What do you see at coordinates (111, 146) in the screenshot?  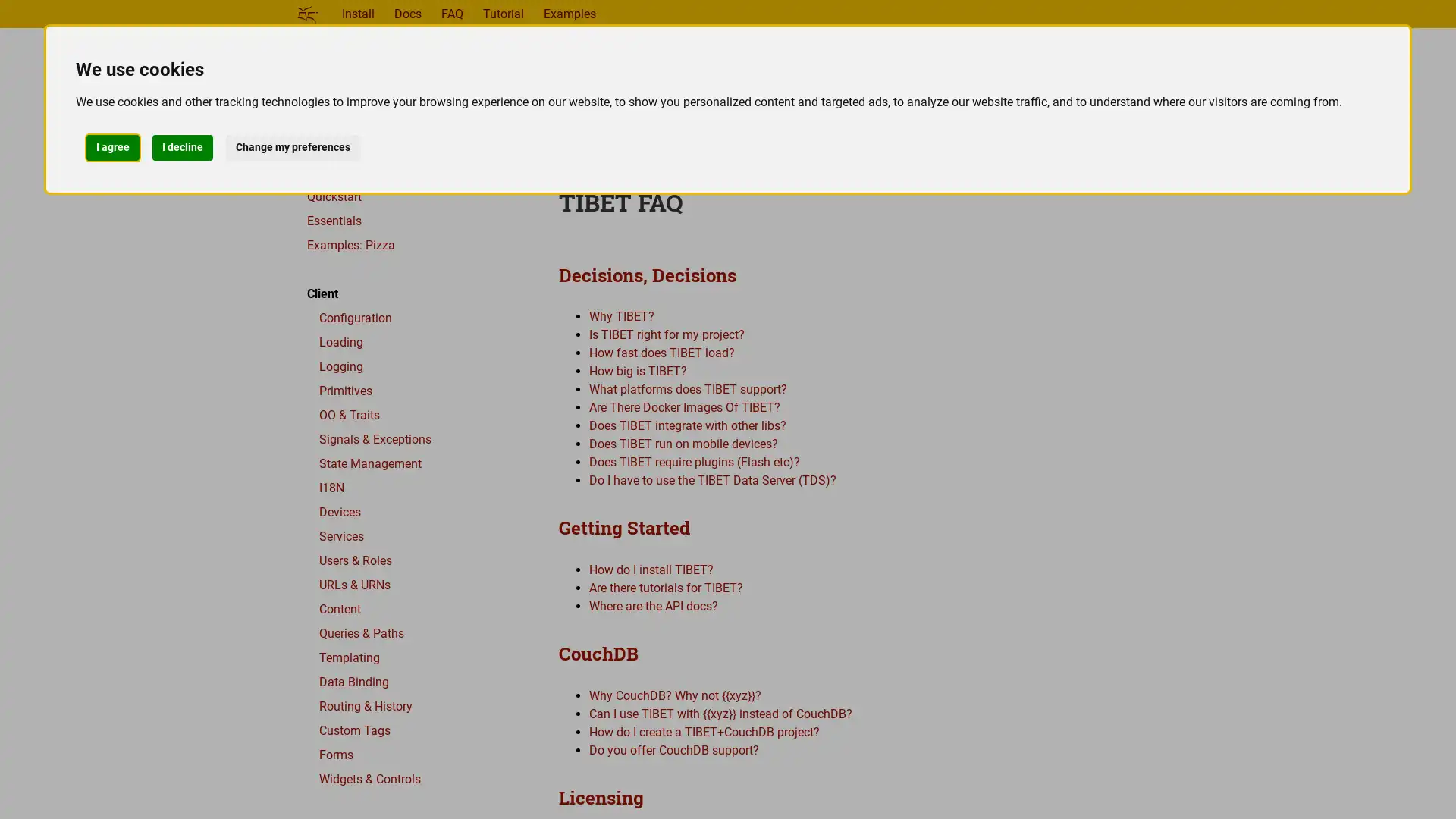 I see `I agree` at bounding box center [111, 146].